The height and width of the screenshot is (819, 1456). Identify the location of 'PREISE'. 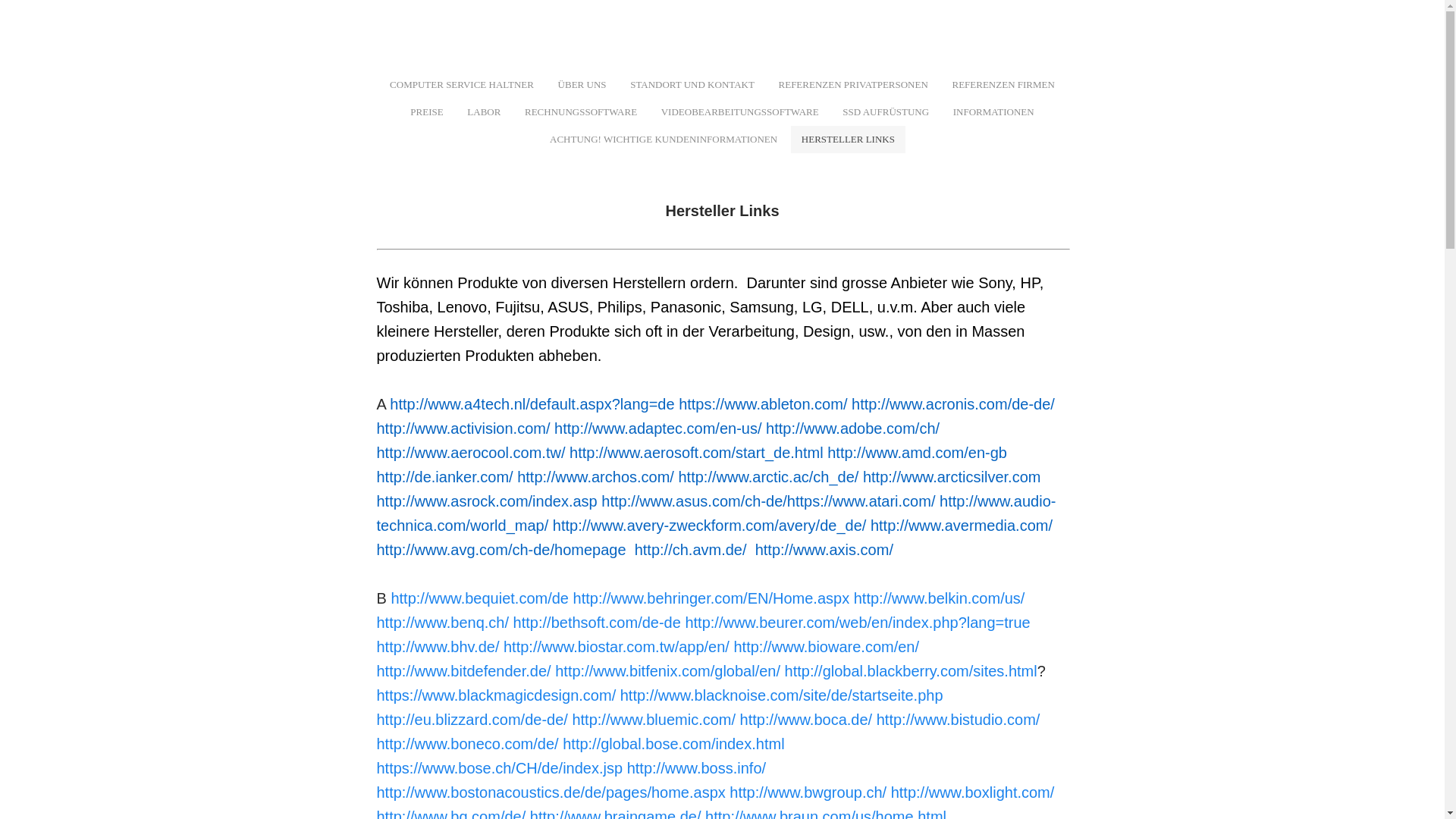
(425, 111).